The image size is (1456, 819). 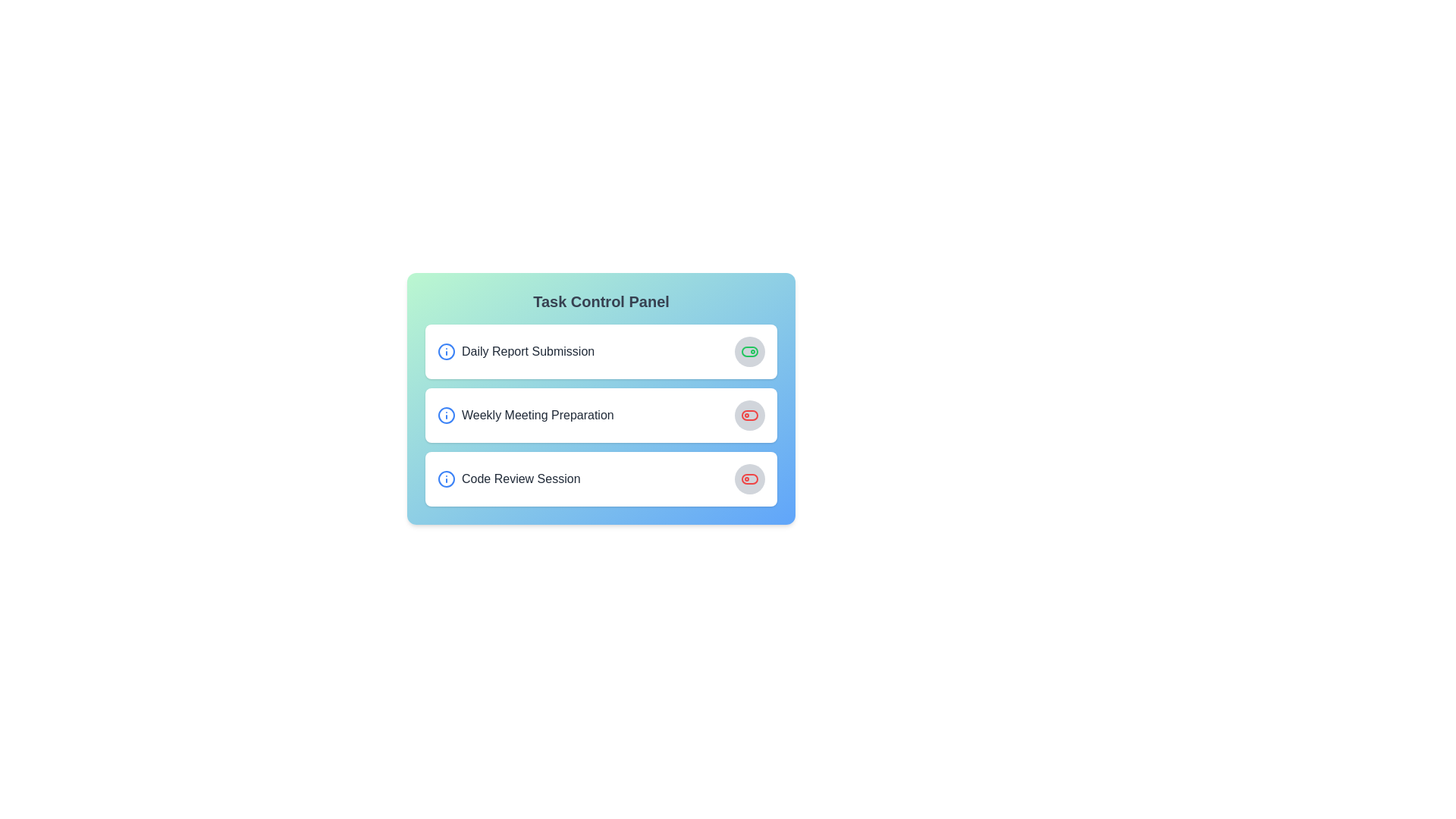 What do you see at coordinates (600, 415) in the screenshot?
I see `the task entry labeled 'Weekly Meeting Preparation' which is positioned in the Task Control Panel, between 'Daily Report Submission' and 'Code Review Session'` at bounding box center [600, 415].